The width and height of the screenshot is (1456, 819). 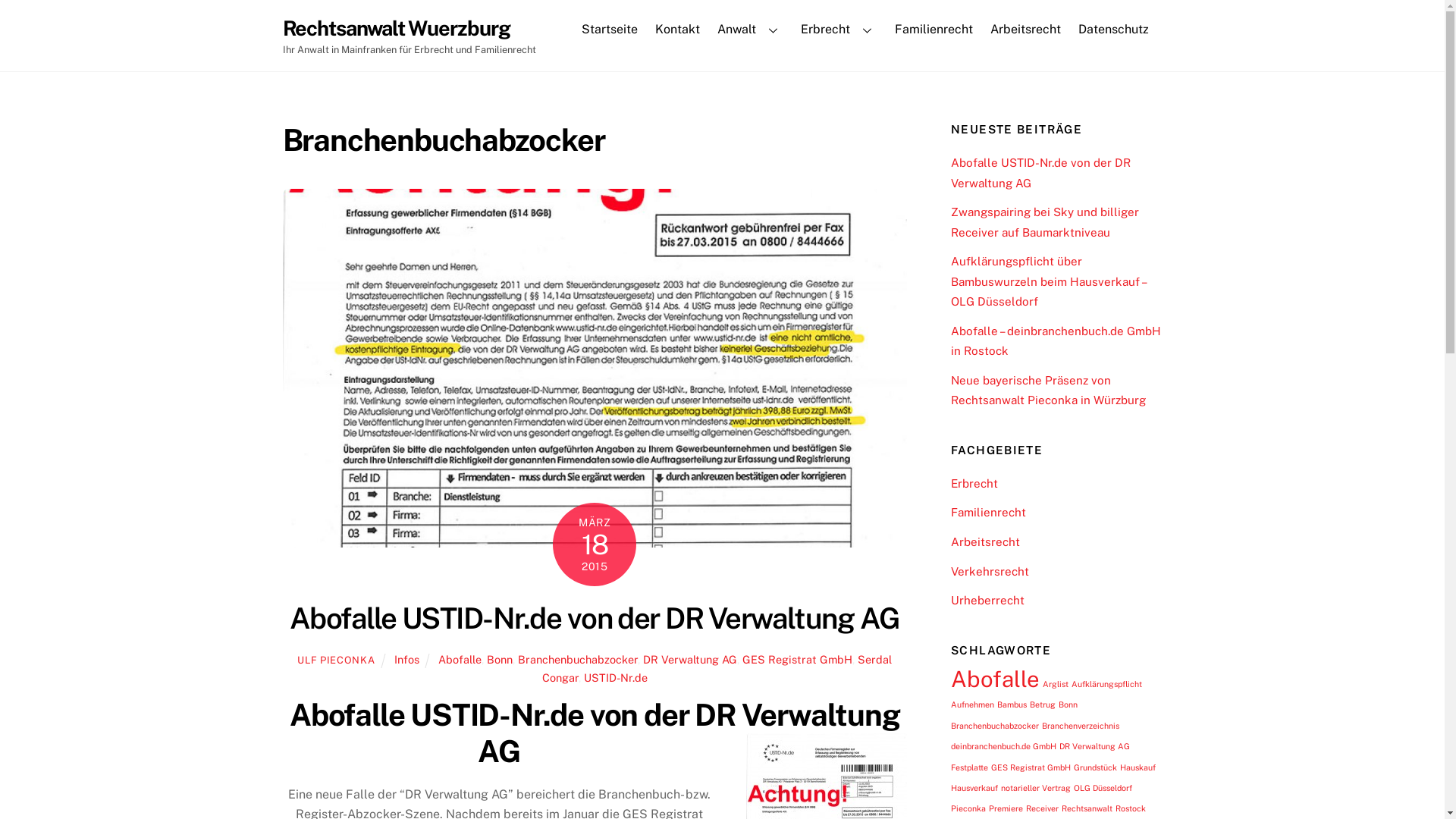 What do you see at coordinates (1094, 745) in the screenshot?
I see `'DR Verwaltung AG'` at bounding box center [1094, 745].